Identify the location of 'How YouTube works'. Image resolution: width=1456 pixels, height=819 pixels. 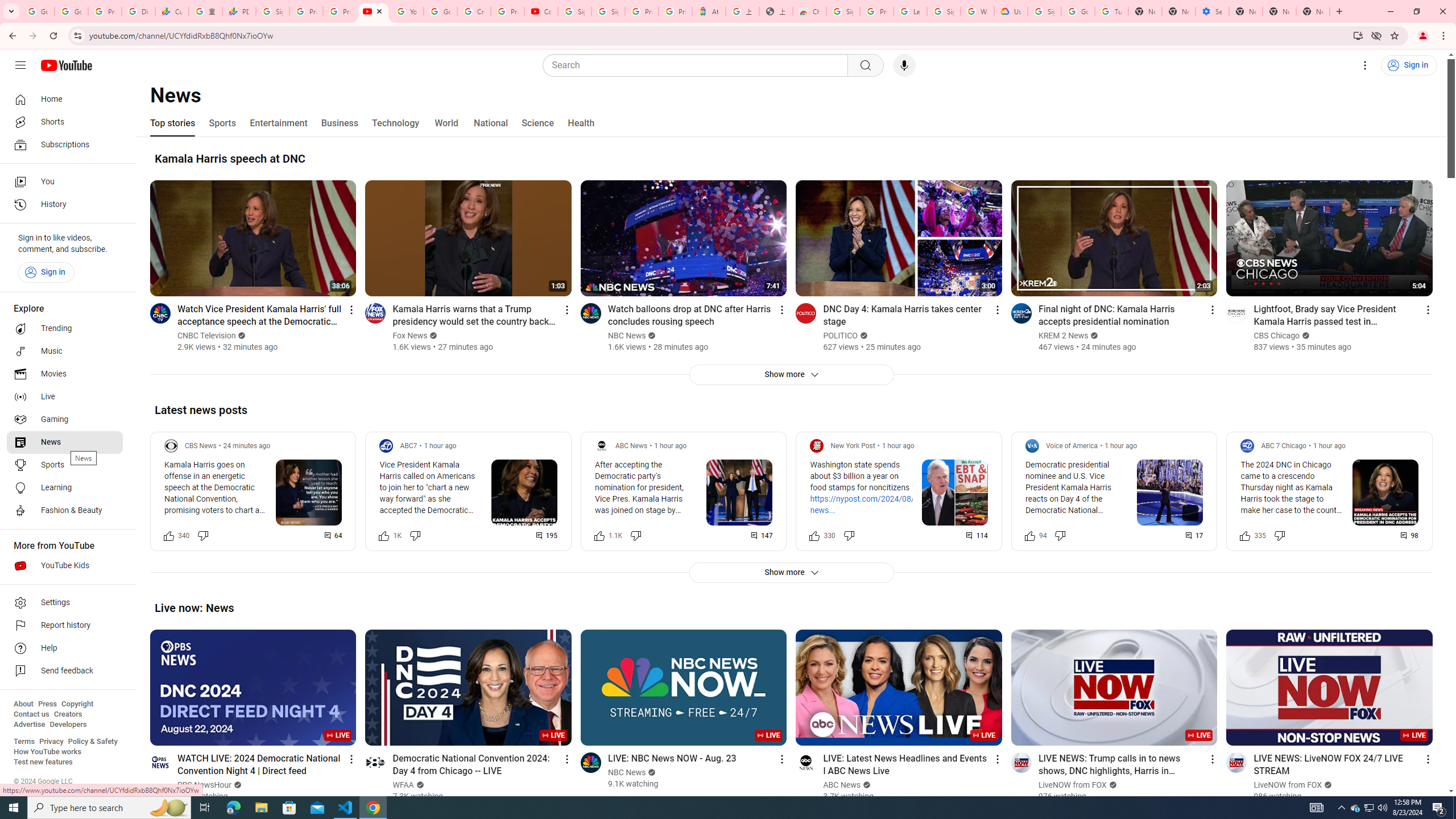
(47, 751).